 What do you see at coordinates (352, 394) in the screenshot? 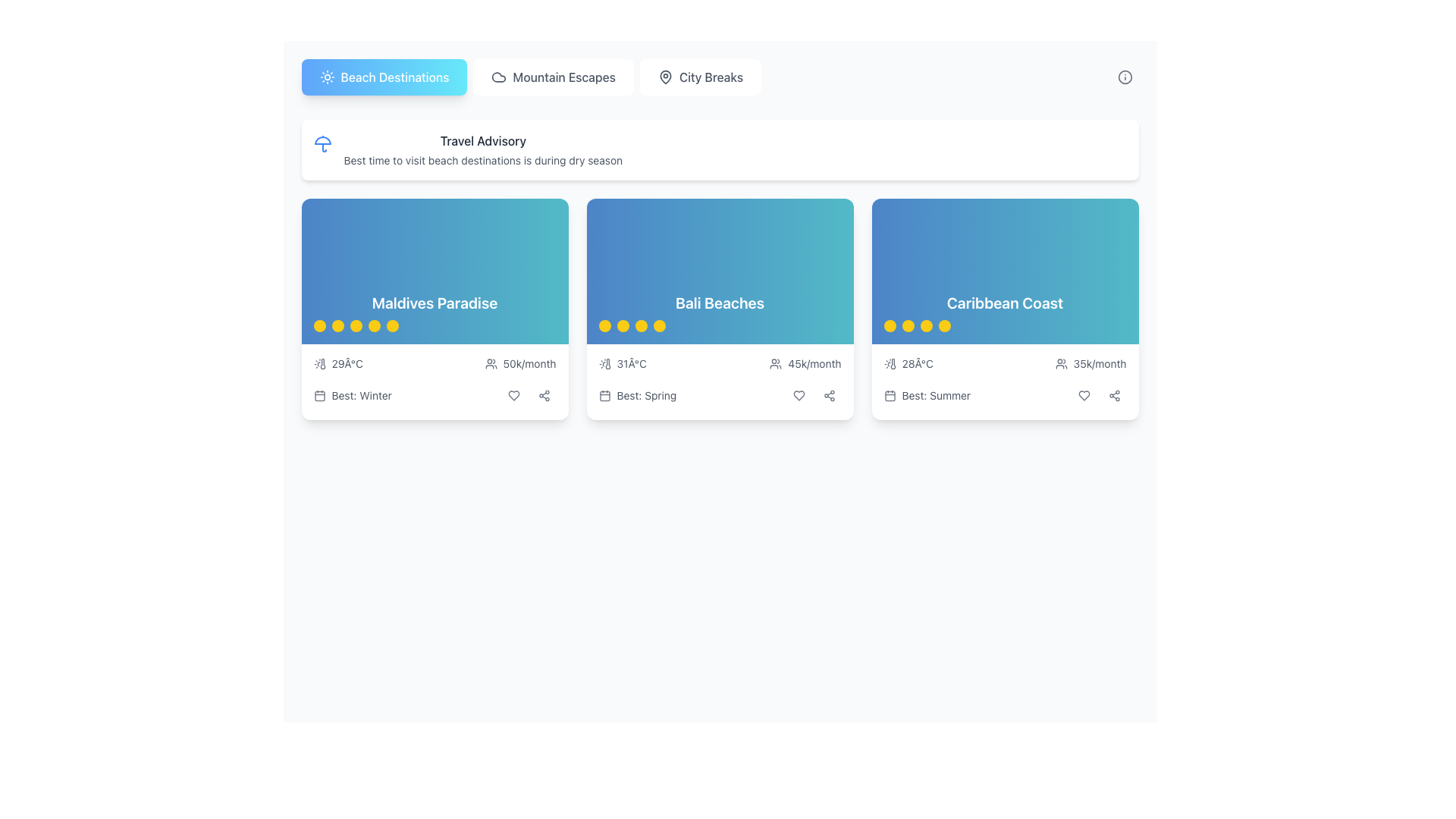
I see `the text with icon pair that describes the best season to visit the Maldives, located below the 'Maldives Paradise' section on the leftmost card in the grid of options` at bounding box center [352, 394].